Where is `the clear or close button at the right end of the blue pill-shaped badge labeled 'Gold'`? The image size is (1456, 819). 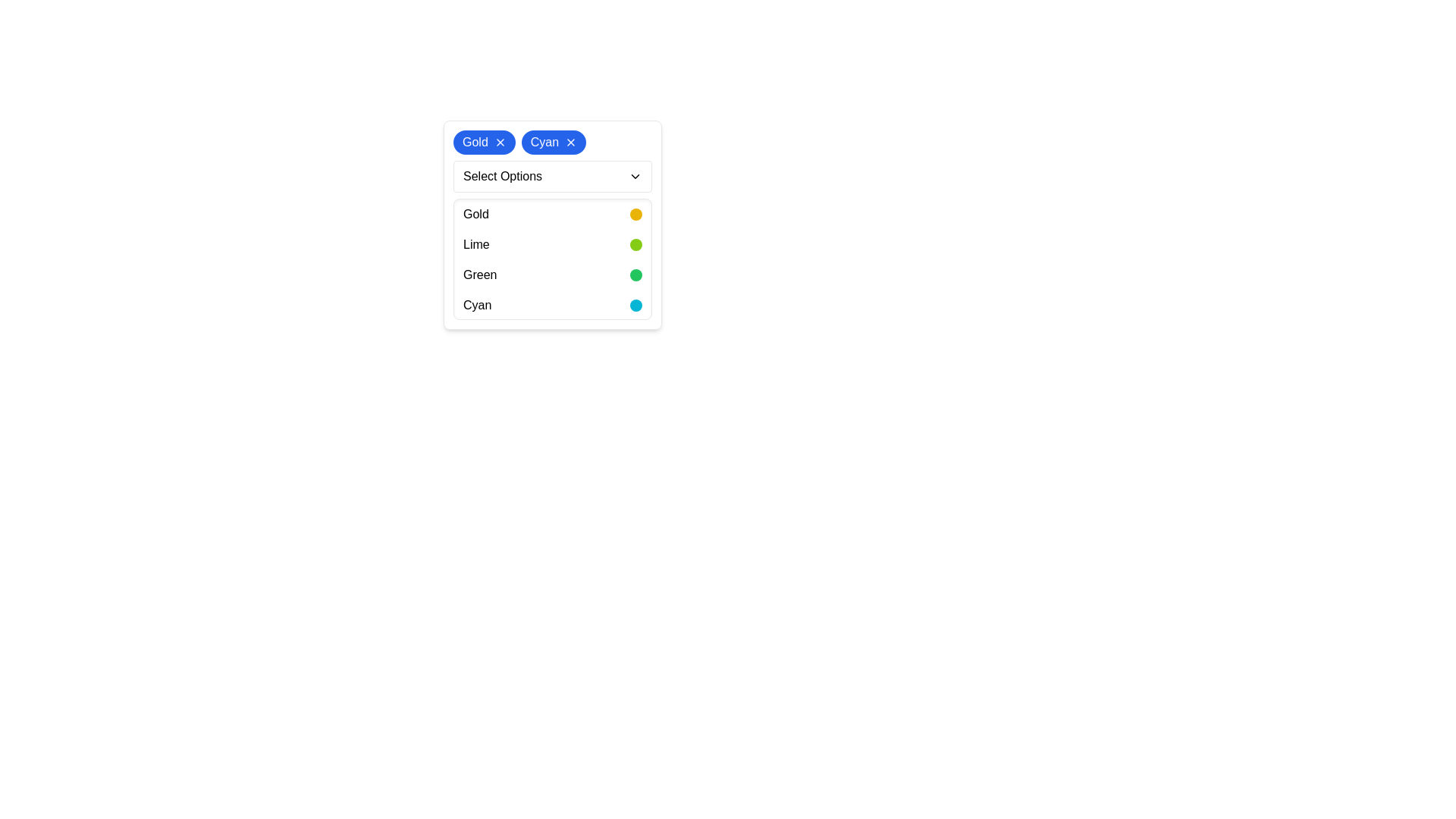 the clear or close button at the right end of the blue pill-shaped badge labeled 'Gold' is located at coordinates (500, 143).